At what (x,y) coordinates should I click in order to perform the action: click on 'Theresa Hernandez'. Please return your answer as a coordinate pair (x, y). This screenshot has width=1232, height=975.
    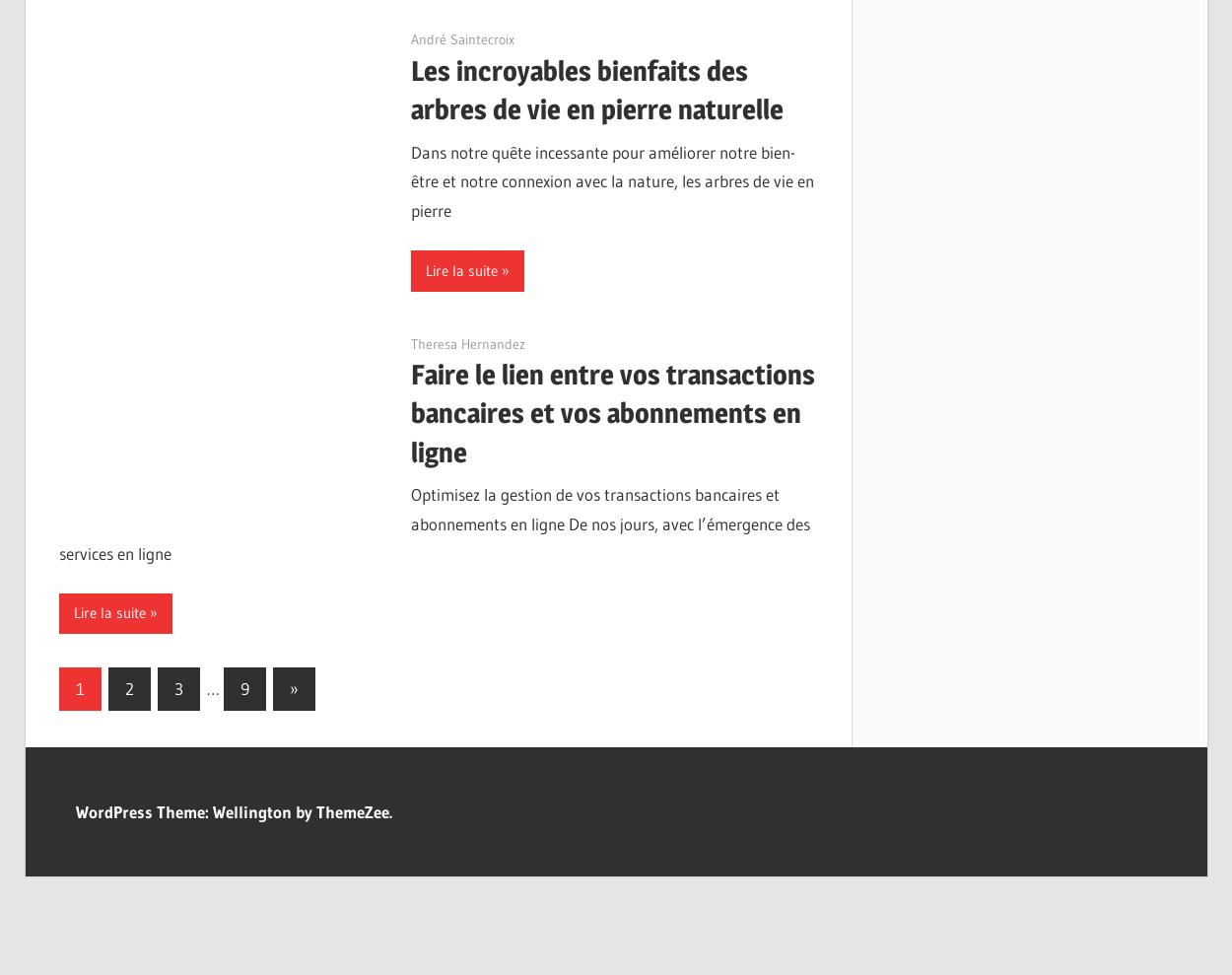
    Looking at the image, I should click on (467, 342).